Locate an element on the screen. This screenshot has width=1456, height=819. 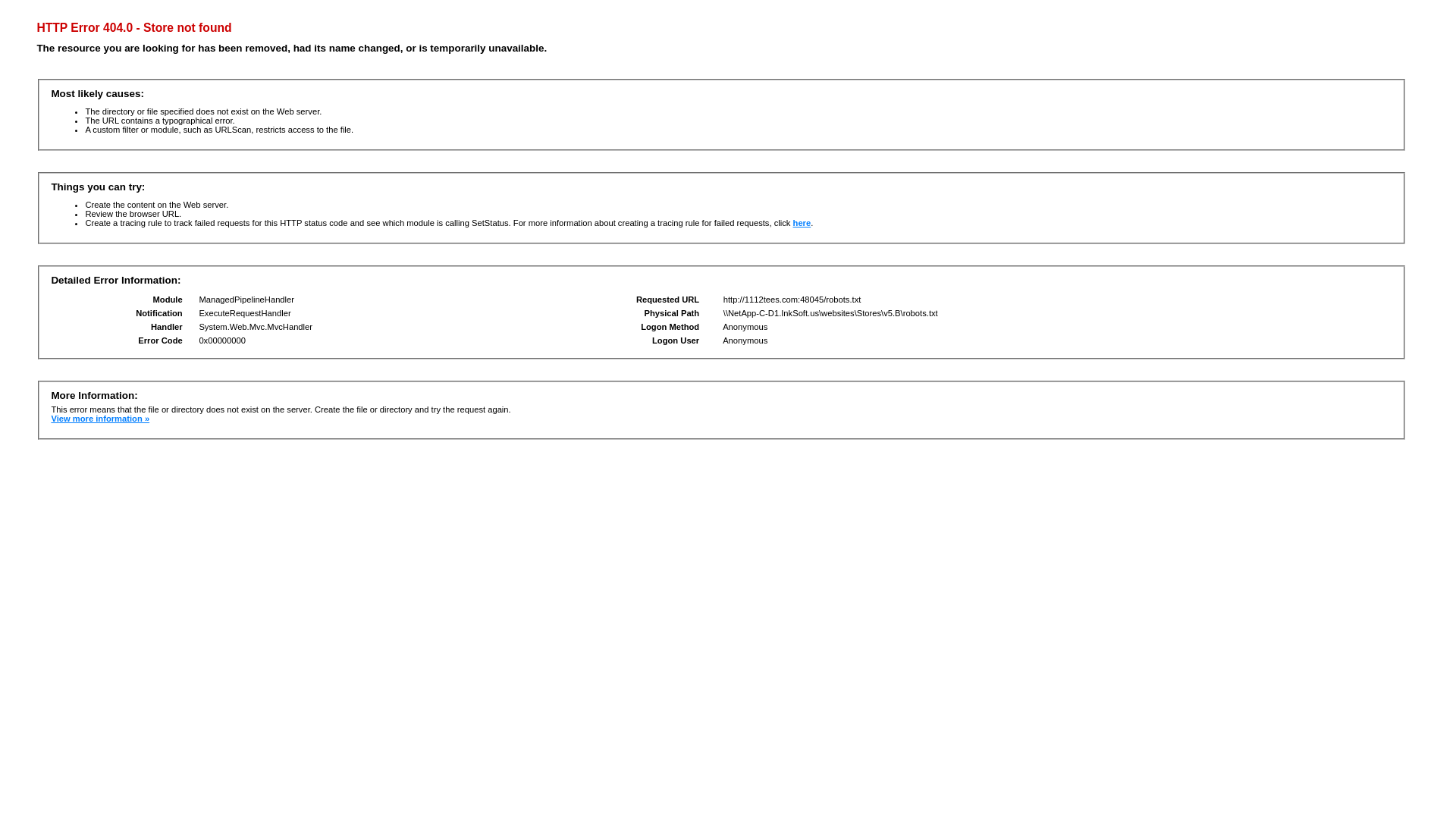
'here' is located at coordinates (801, 222).